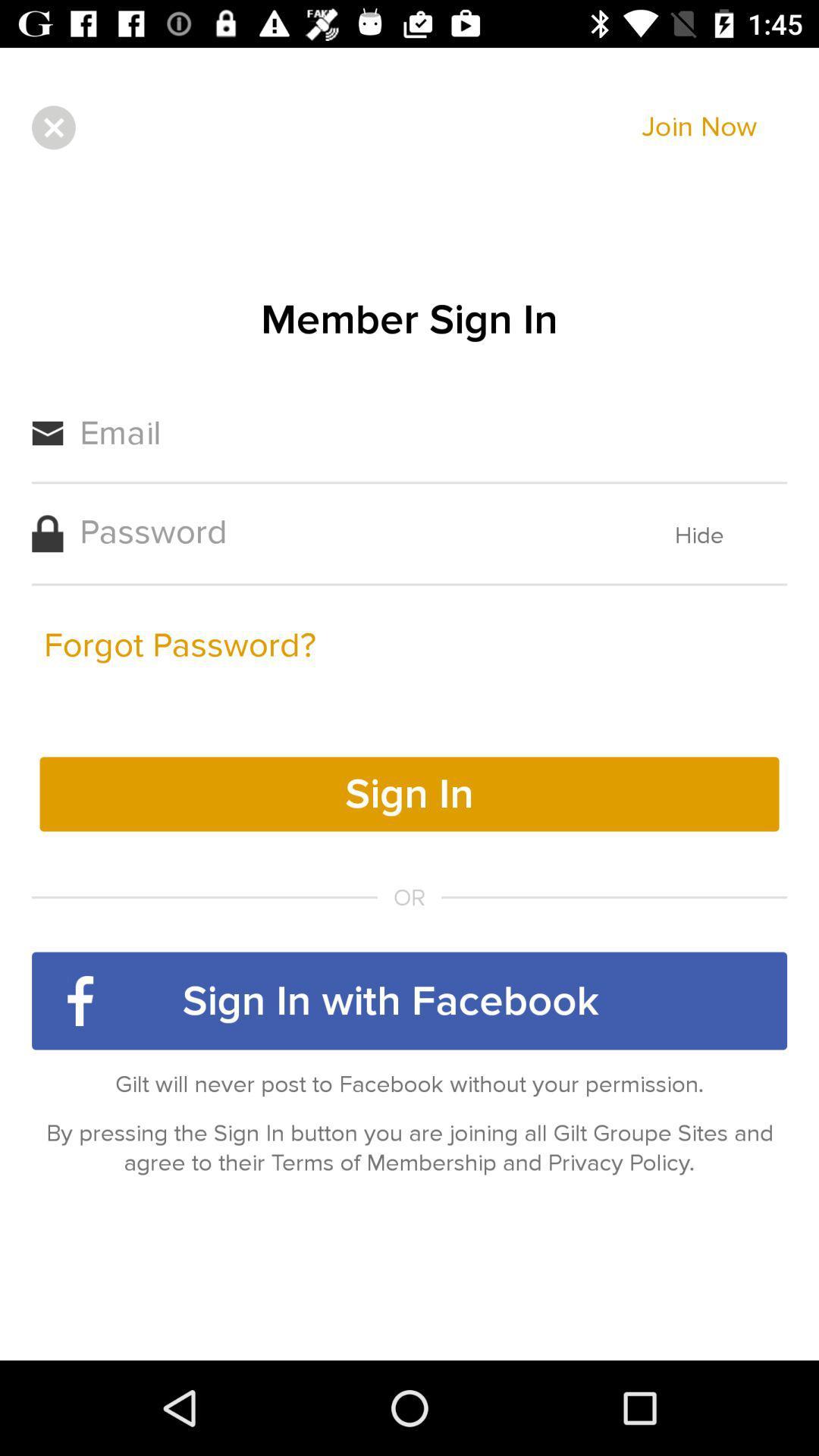 This screenshot has width=819, height=1456. Describe the element at coordinates (179, 645) in the screenshot. I see `icon next to the hide item` at that location.